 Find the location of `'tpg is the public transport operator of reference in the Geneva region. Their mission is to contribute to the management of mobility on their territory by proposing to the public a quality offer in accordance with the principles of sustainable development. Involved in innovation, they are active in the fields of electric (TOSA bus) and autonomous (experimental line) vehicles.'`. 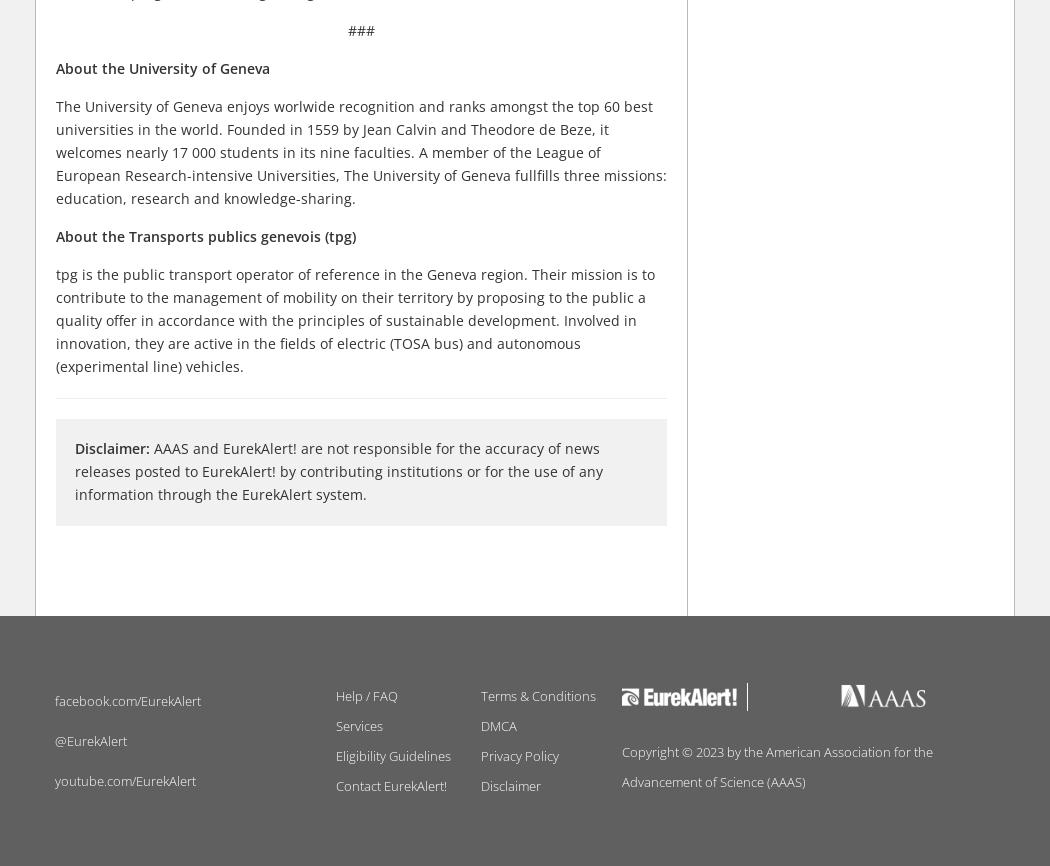

'tpg is the public transport operator of reference in the Geneva region. Their mission is to contribute to the management of mobility on their territory by proposing to the public a quality offer in accordance with the principles of sustainable development. Involved in innovation, they are active in the fields of electric (TOSA bus) and autonomous (experimental line) vehicles.' is located at coordinates (354, 318).